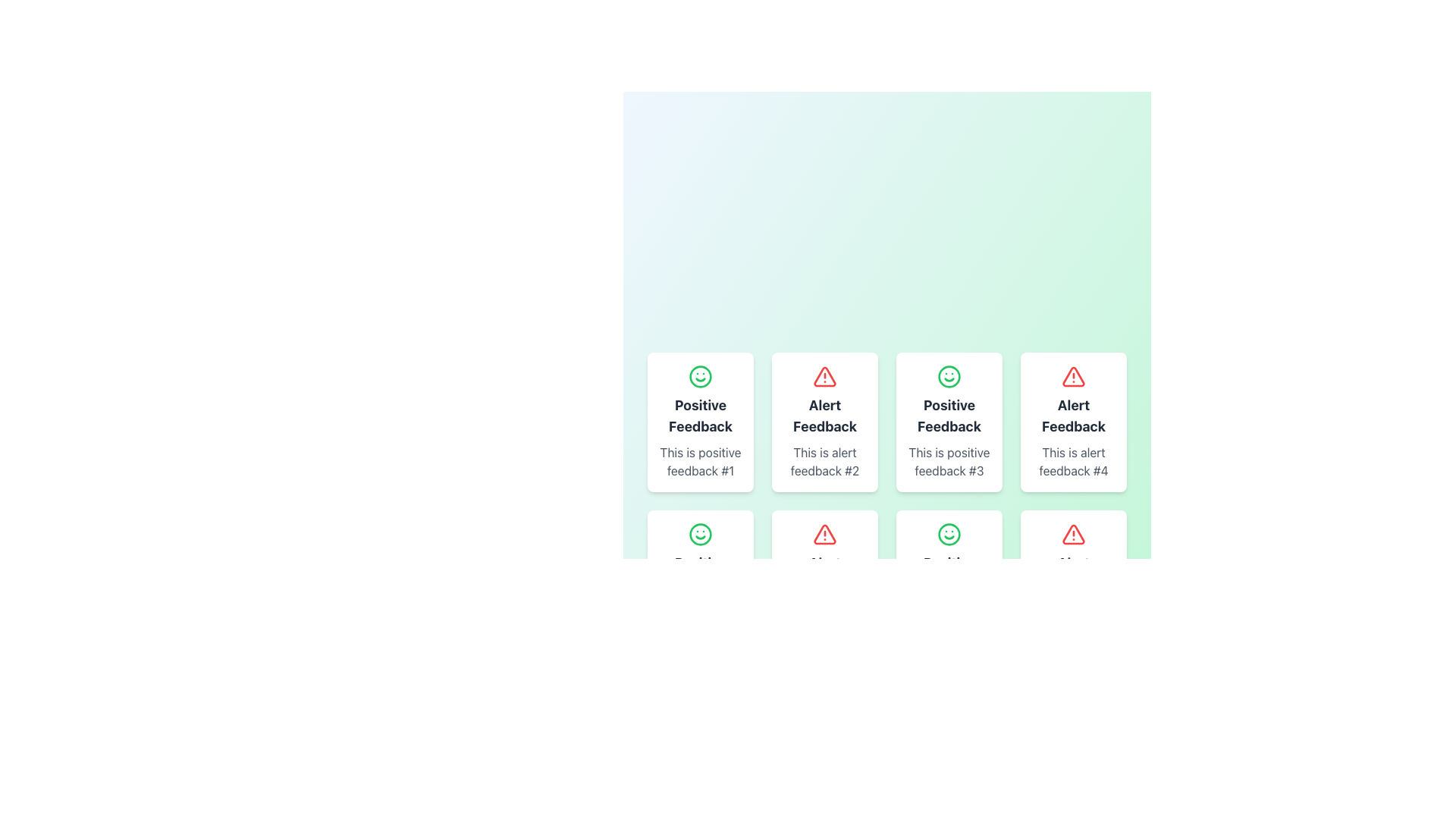  Describe the element at coordinates (824, 416) in the screenshot. I see `text label 'Alert Feedback' which is styled in bold, center-aligned typography and positioned below an icon in a grid layout` at that location.